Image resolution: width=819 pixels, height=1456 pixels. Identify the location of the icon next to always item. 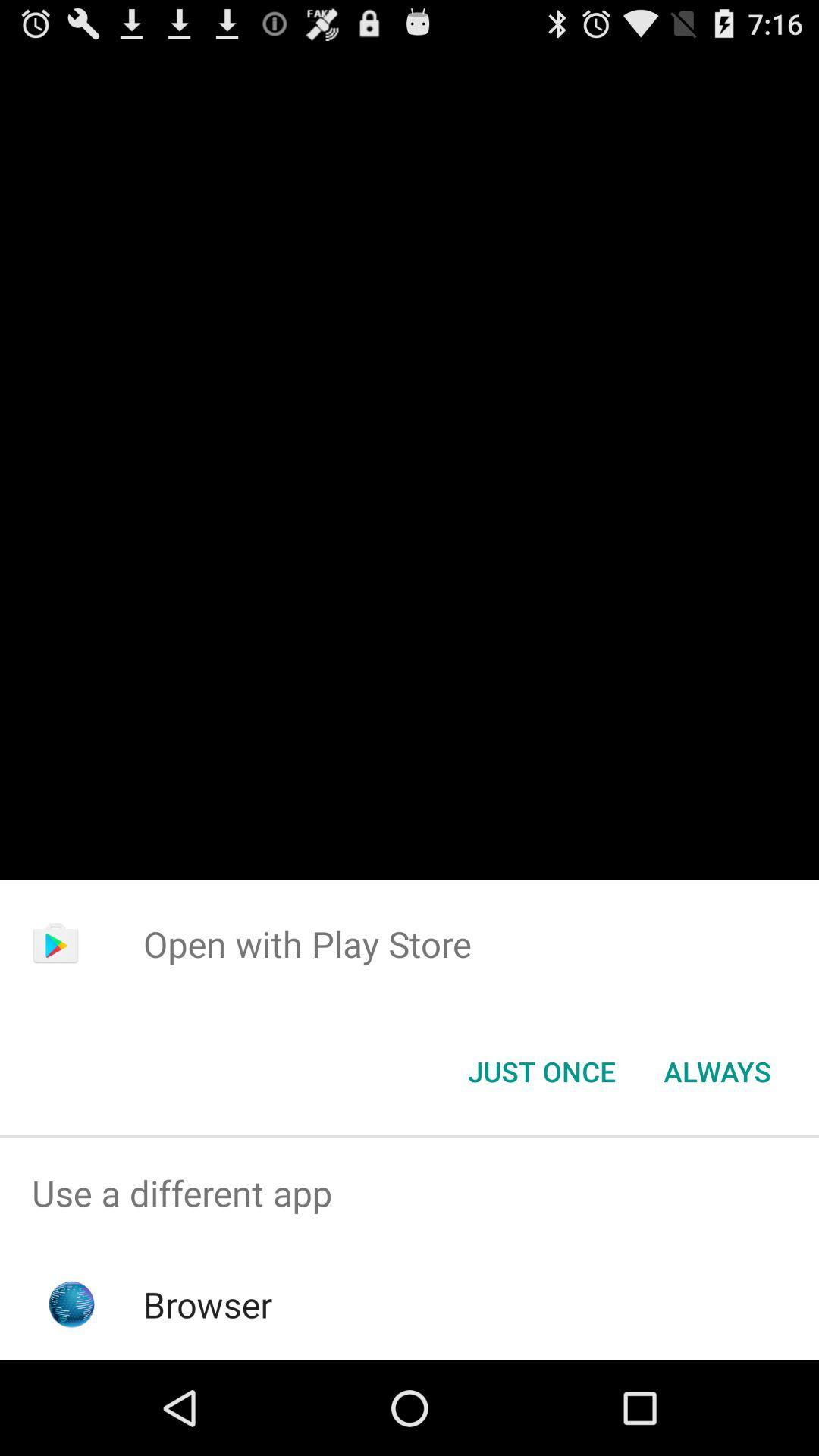
(541, 1070).